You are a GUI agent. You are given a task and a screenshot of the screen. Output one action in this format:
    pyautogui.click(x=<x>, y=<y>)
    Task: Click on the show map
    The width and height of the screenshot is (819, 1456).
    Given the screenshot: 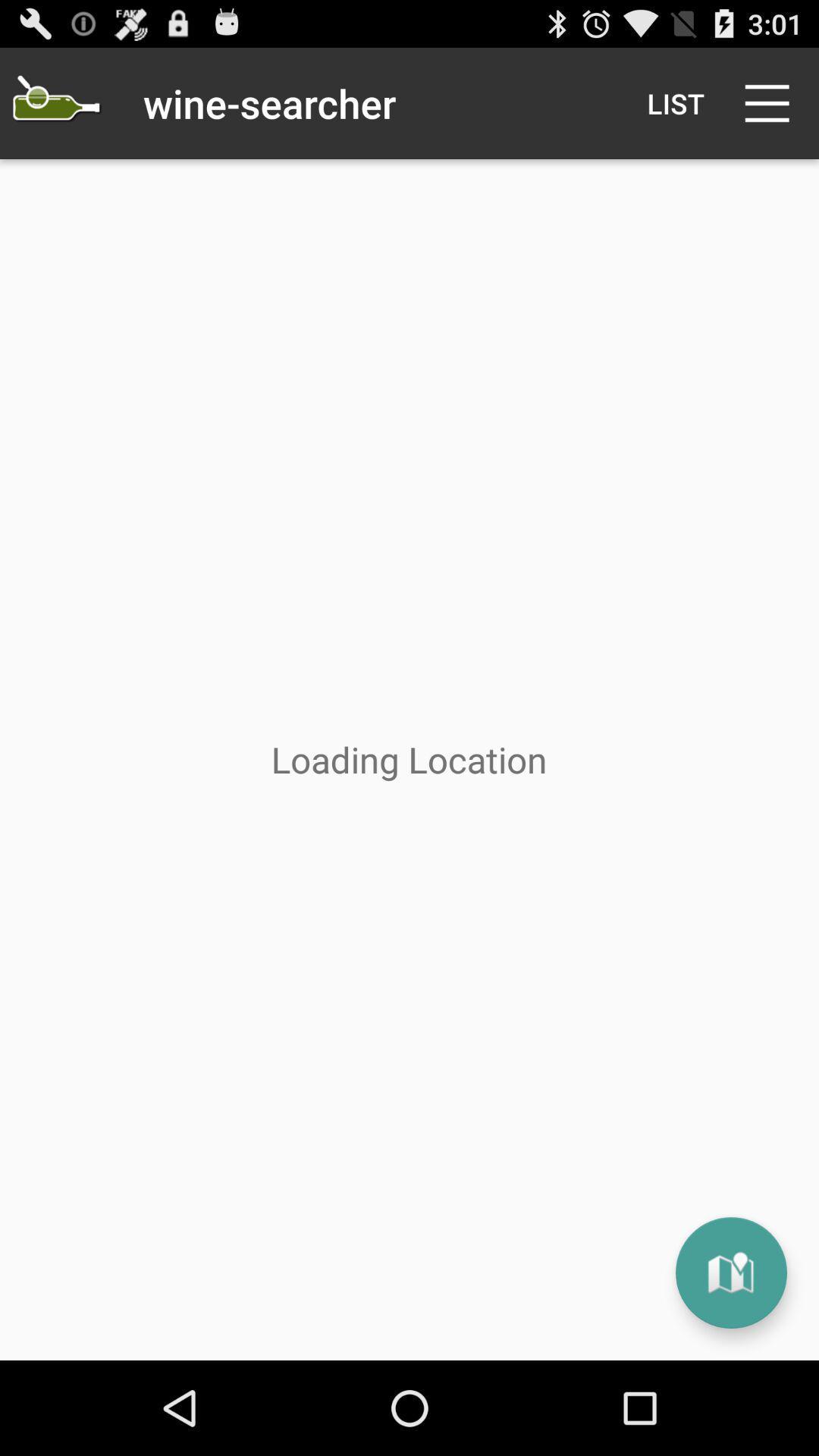 What is the action you would take?
    pyautogui.click(x=730, y=1272)
    